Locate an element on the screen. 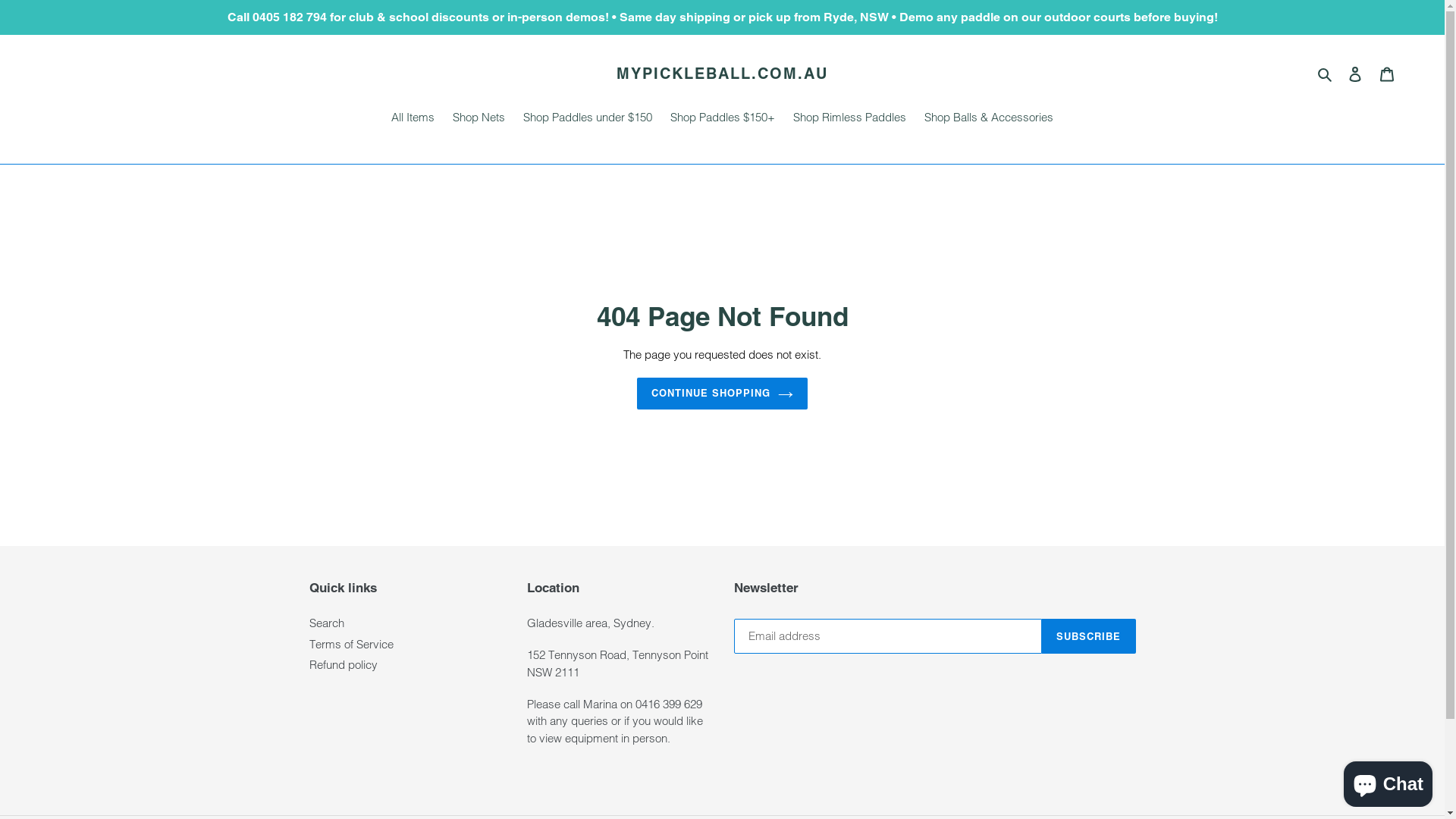  'Shop Paddles $150+' is located at coordinates (722, 118).